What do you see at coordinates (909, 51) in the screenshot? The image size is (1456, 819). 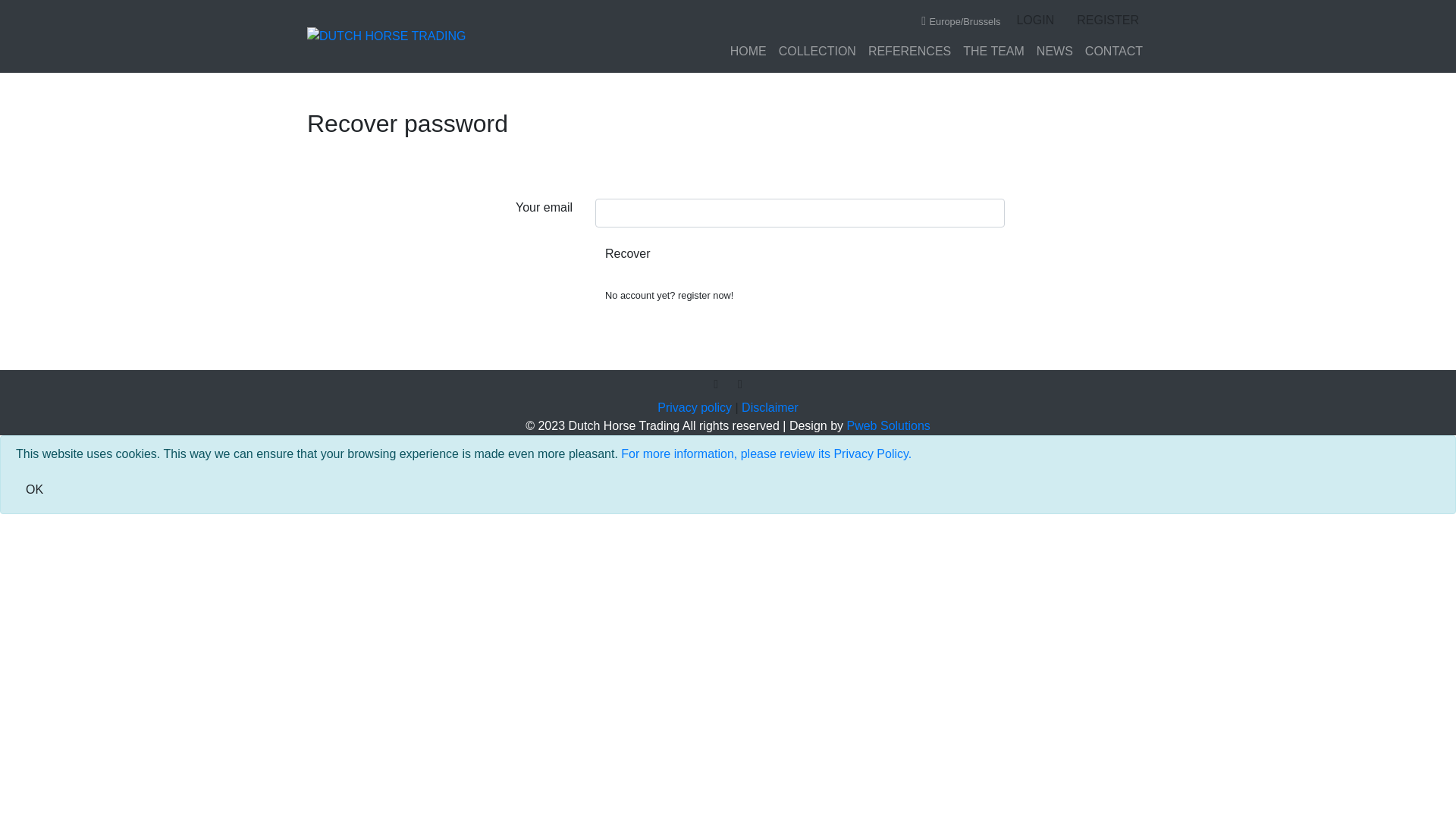 I see `'REFERENCES'` at bounding box center [909, 51].